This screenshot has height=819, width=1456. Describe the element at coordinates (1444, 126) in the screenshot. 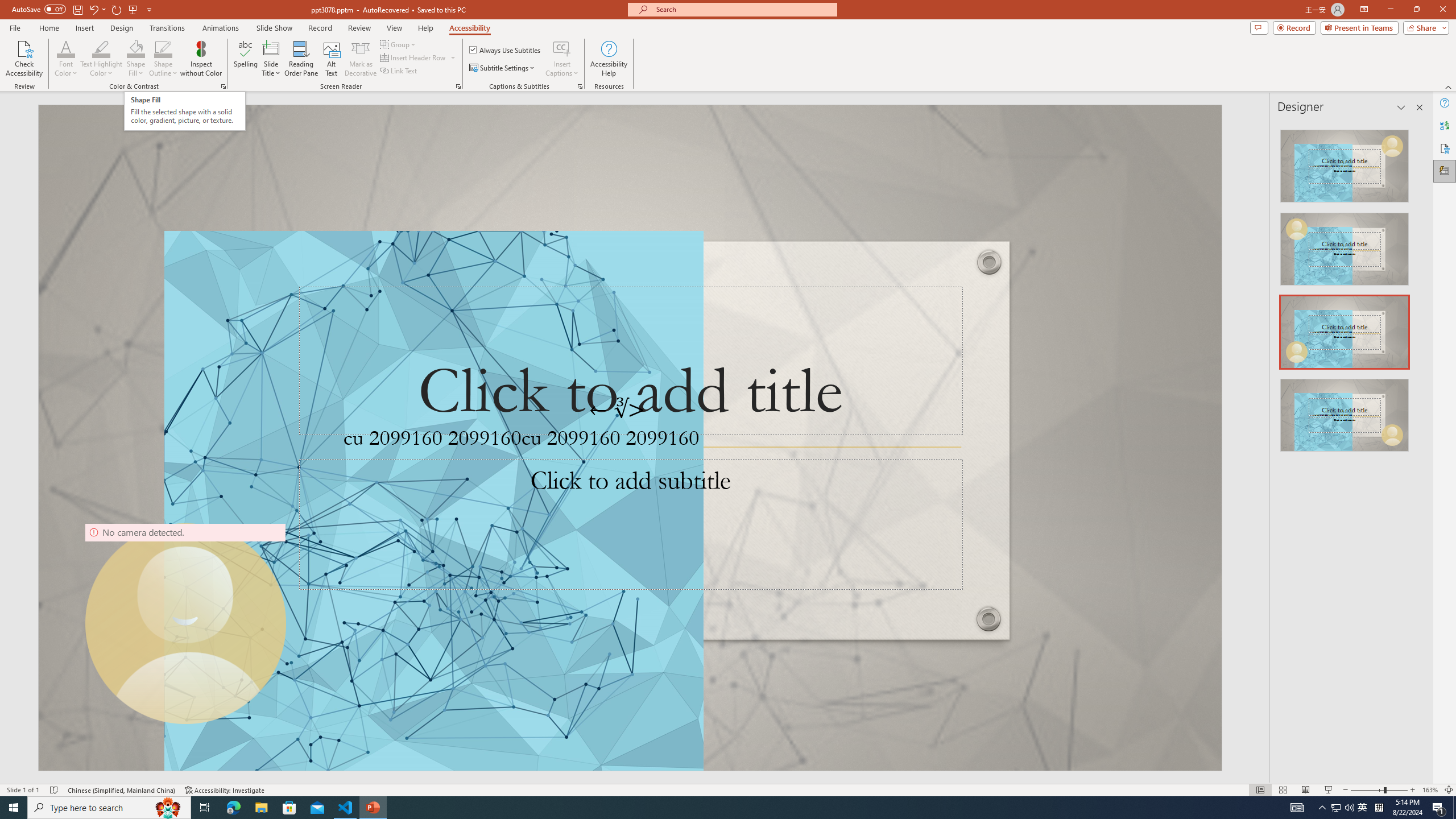

I see `'Translator'` at that location.